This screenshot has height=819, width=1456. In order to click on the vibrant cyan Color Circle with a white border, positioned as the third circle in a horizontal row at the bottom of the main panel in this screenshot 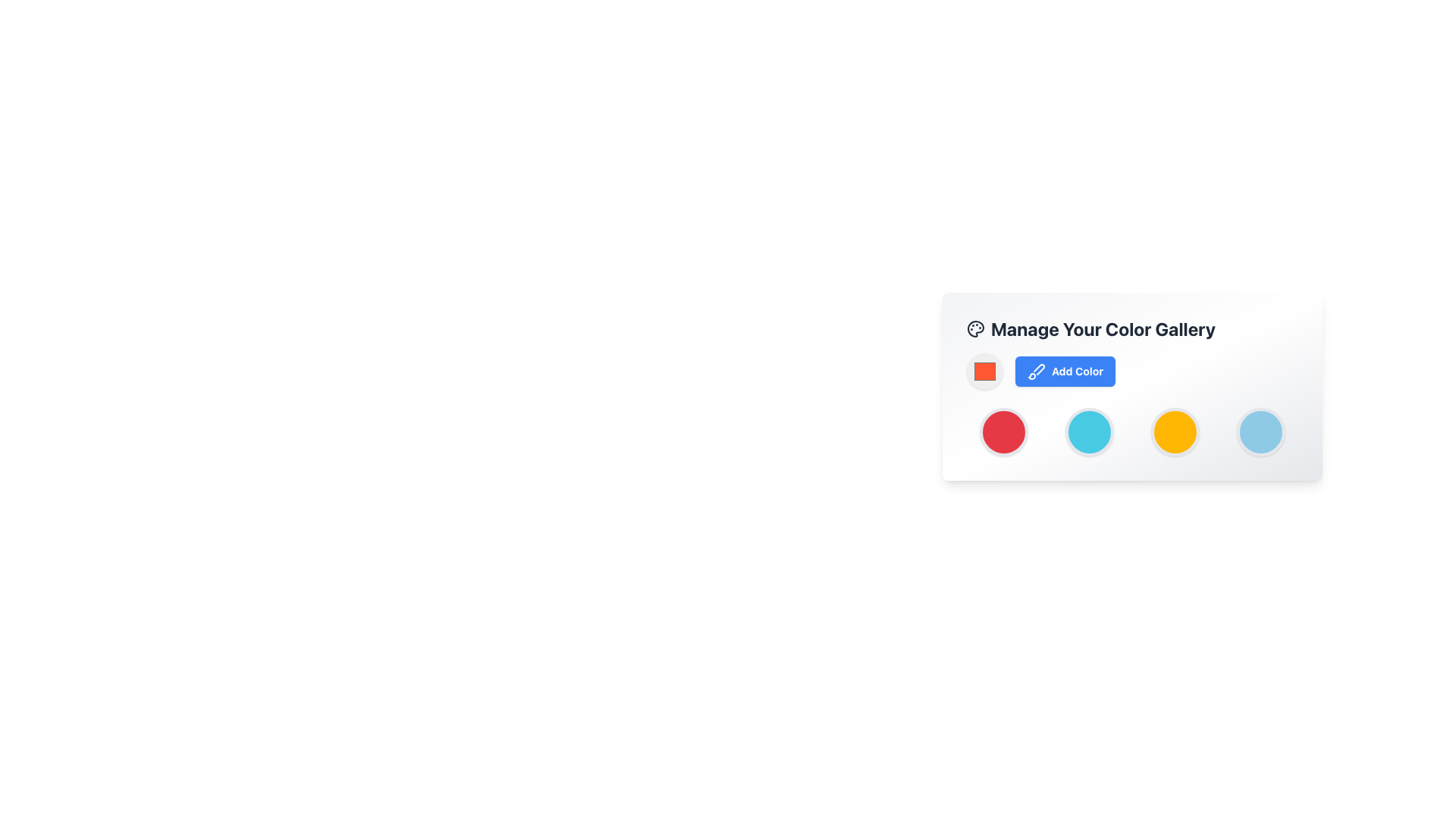, I will do `click(1088, 432)`.